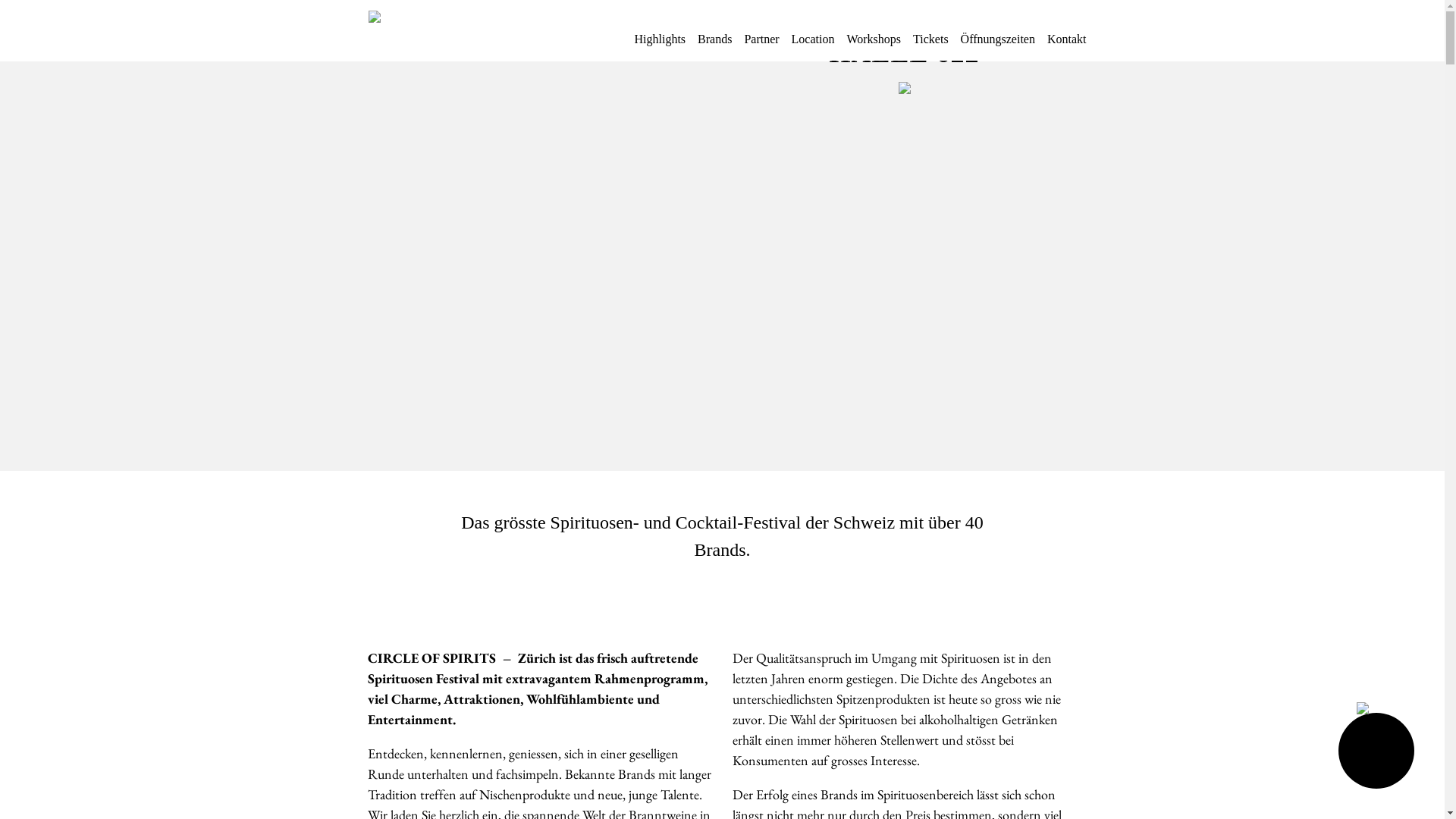  Describe the element at coordinates (761, 45) in the screenshot. I see `'Partner'` at that location.